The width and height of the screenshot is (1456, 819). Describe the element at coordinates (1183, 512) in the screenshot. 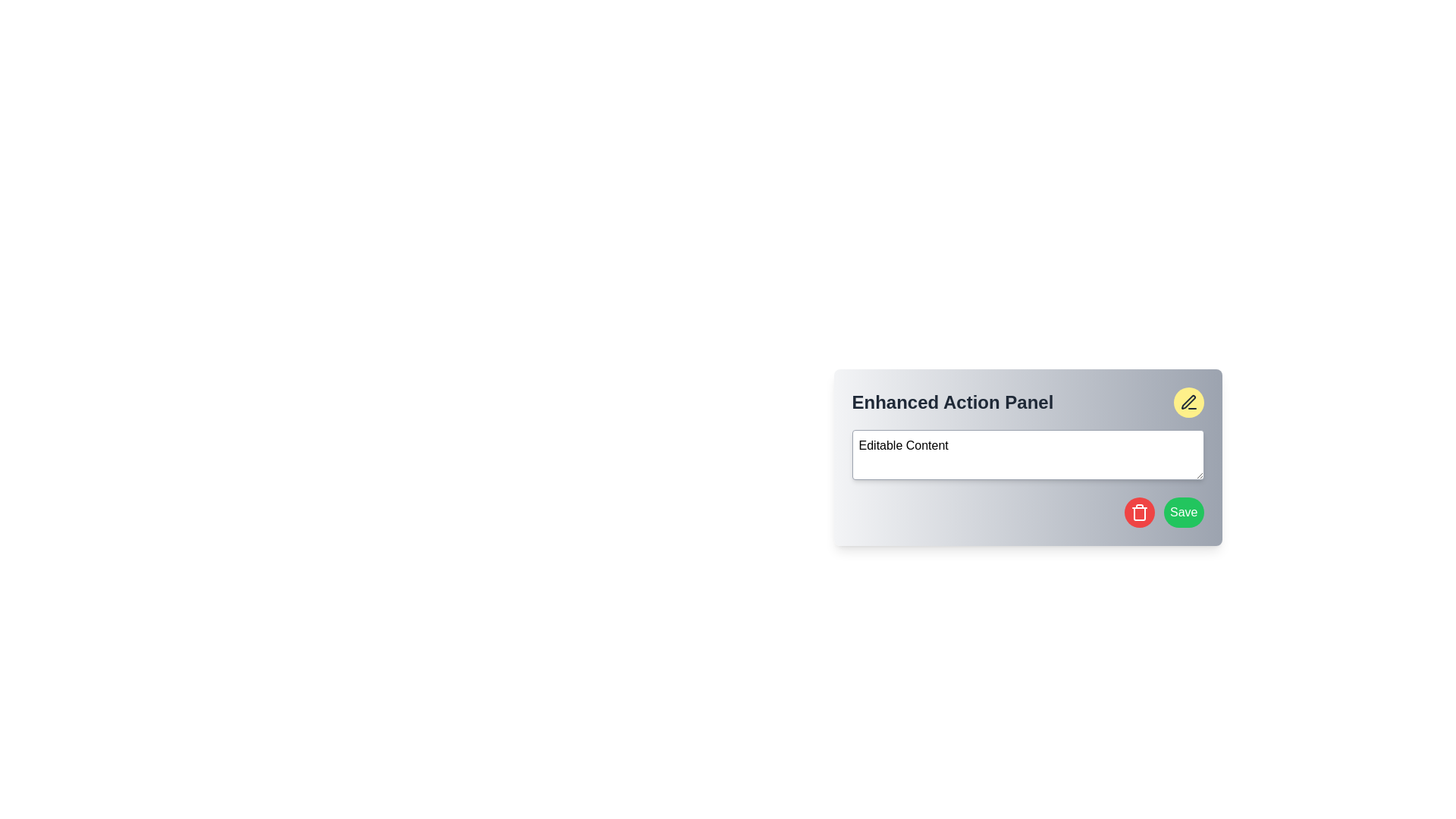

I see `the circular green 'Save' button located at the far-right end of the action buttons row` at that location.